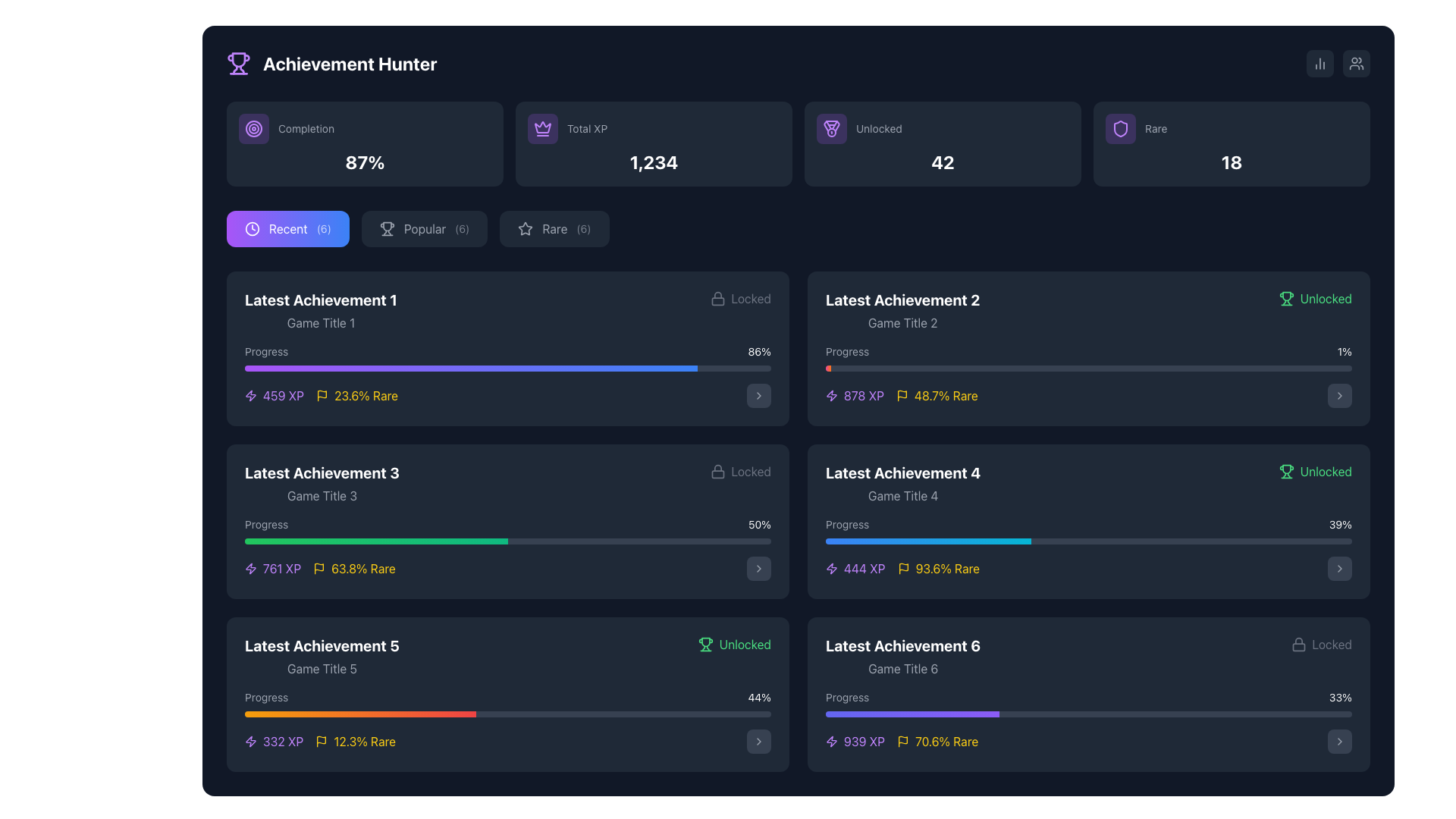 This screenshot has width=1456, height=819. Describe the element at coordinates (251, 741) in the screenshot. I see `the lightning bolt icon styled in purple, indicating 'XP' or experience points, located in the lower-left section of the layout under 'Latest Achievement 5'` at that location.